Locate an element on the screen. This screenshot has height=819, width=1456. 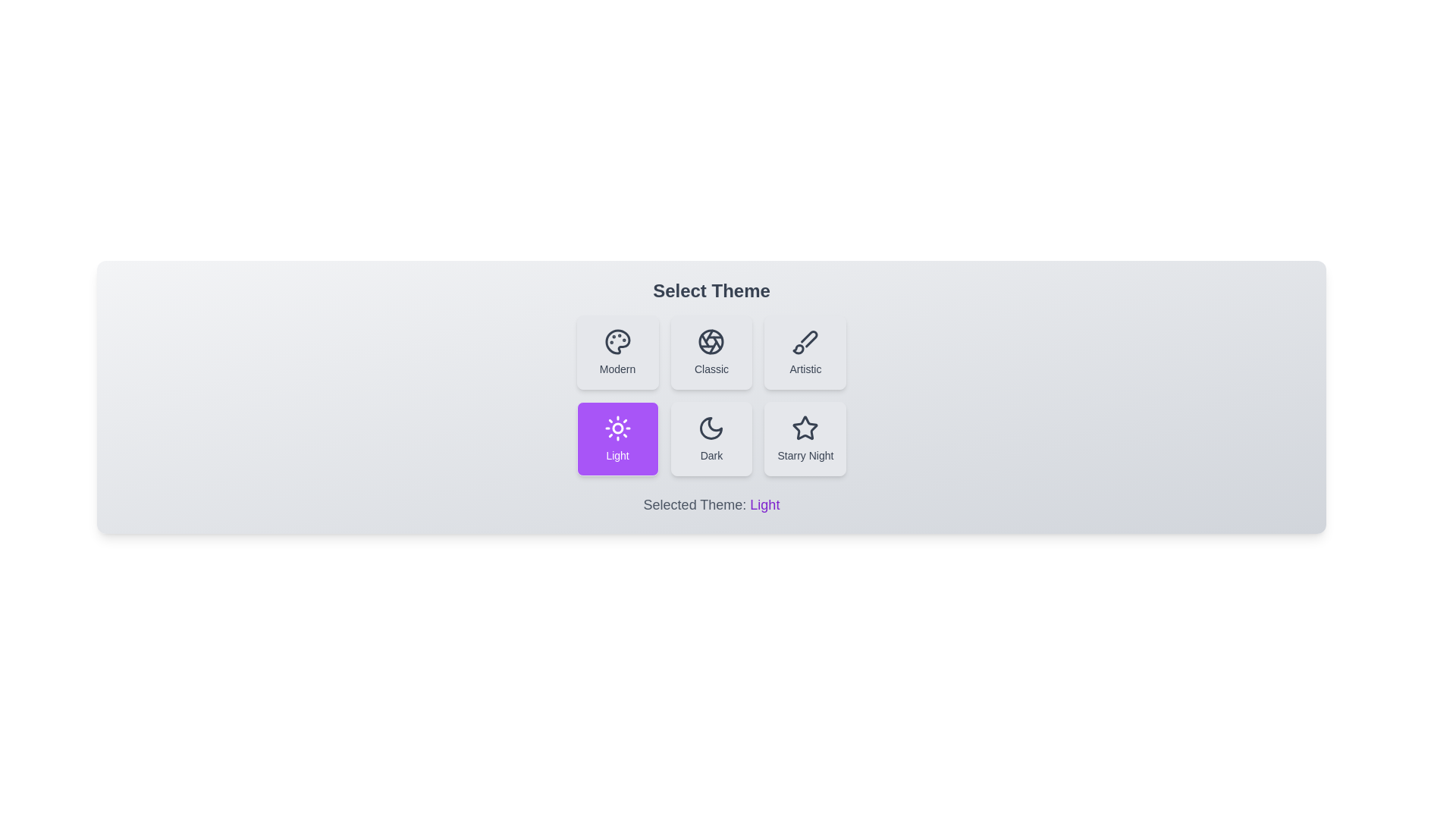
the theme button labeled 'Classic' to preview its effect is located at coordinates (711, 353).